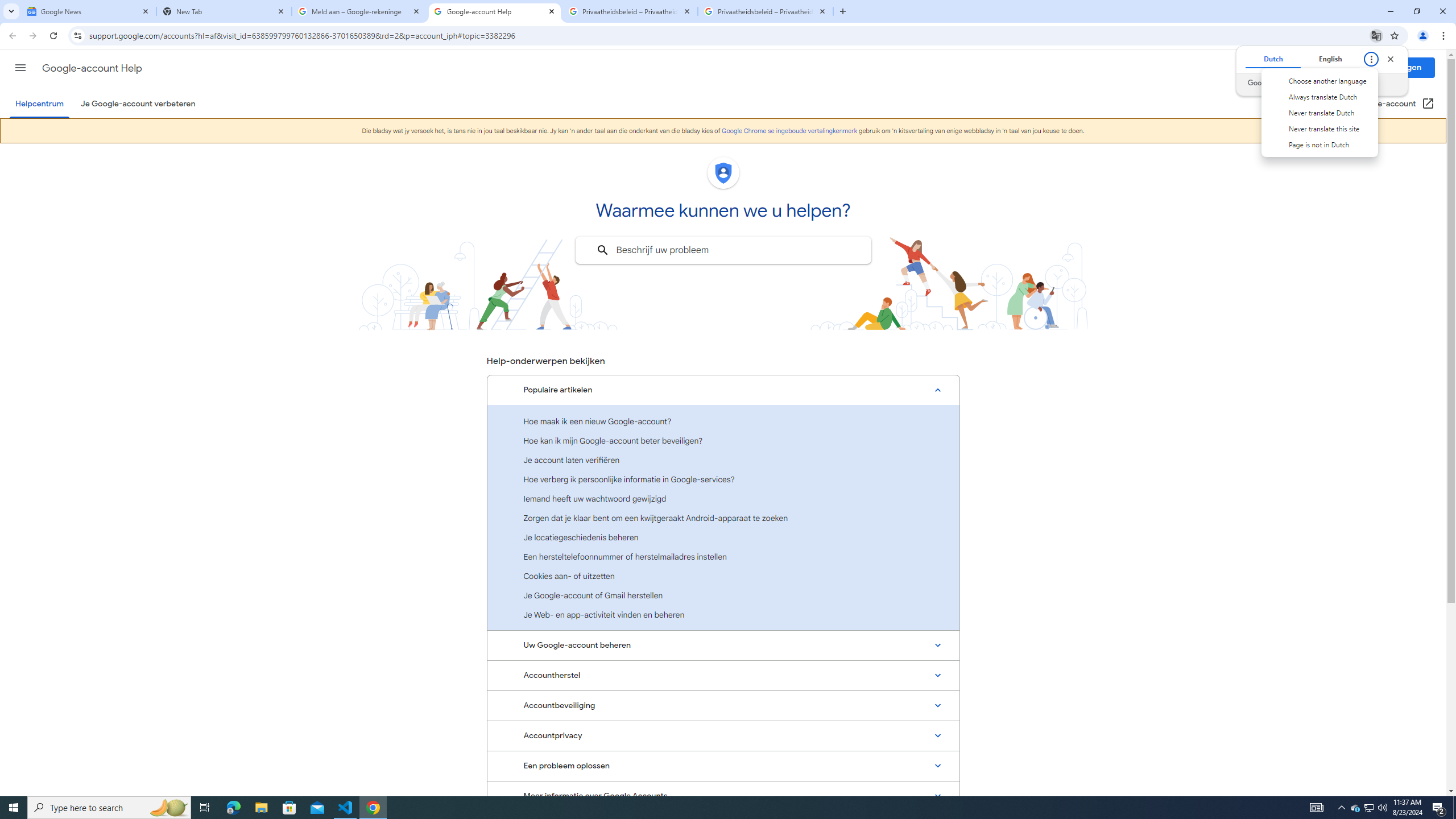 The height and width of the screenshot is (819, 1456). I want to click on 'Hoofdmenu', so click(19, 67).